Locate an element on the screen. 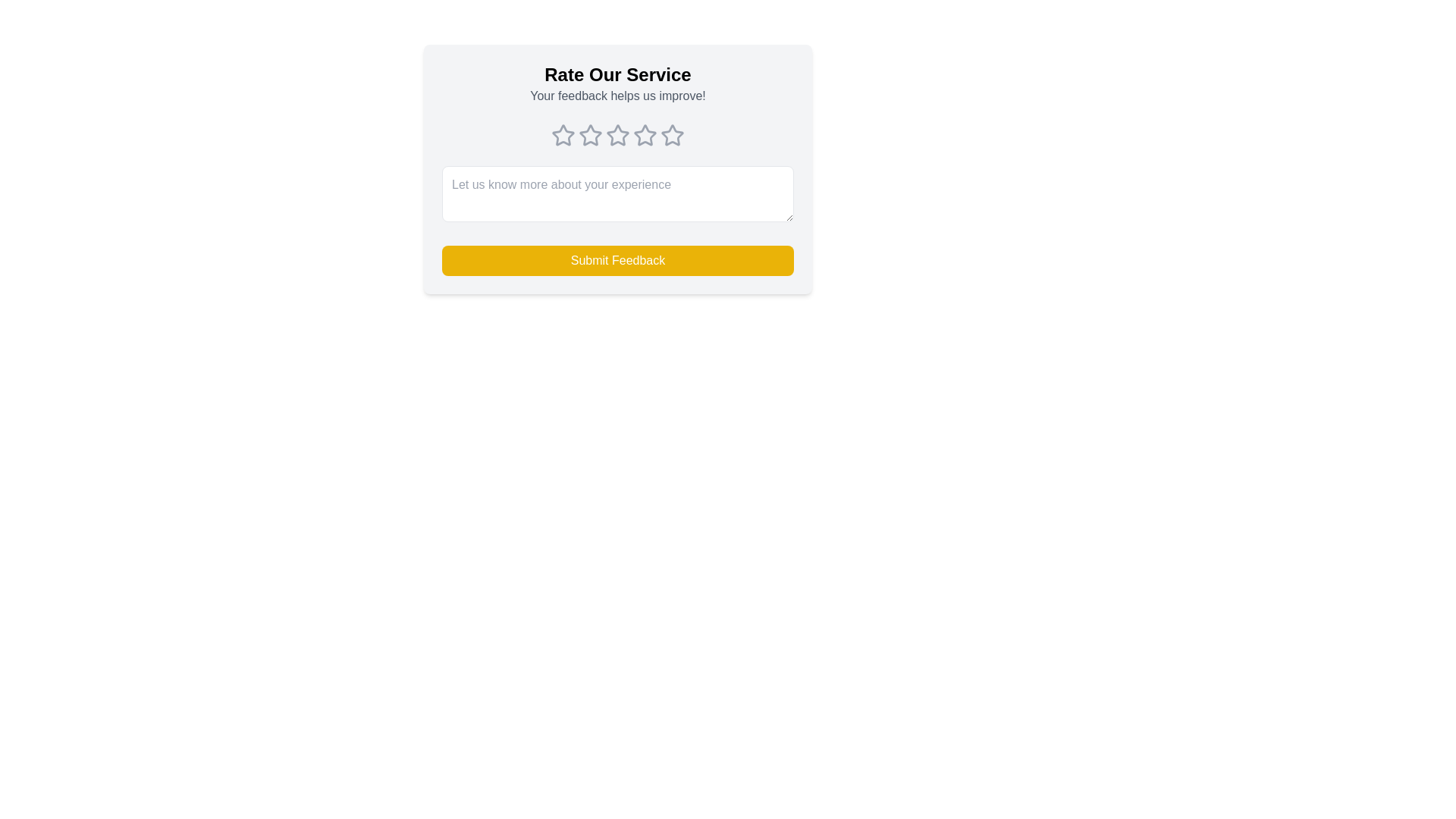  the last star-shaped rating icon in the five-star rating system to rate it, located beneath the text 'Rate Our Service' is located at coordinates (672, 134).